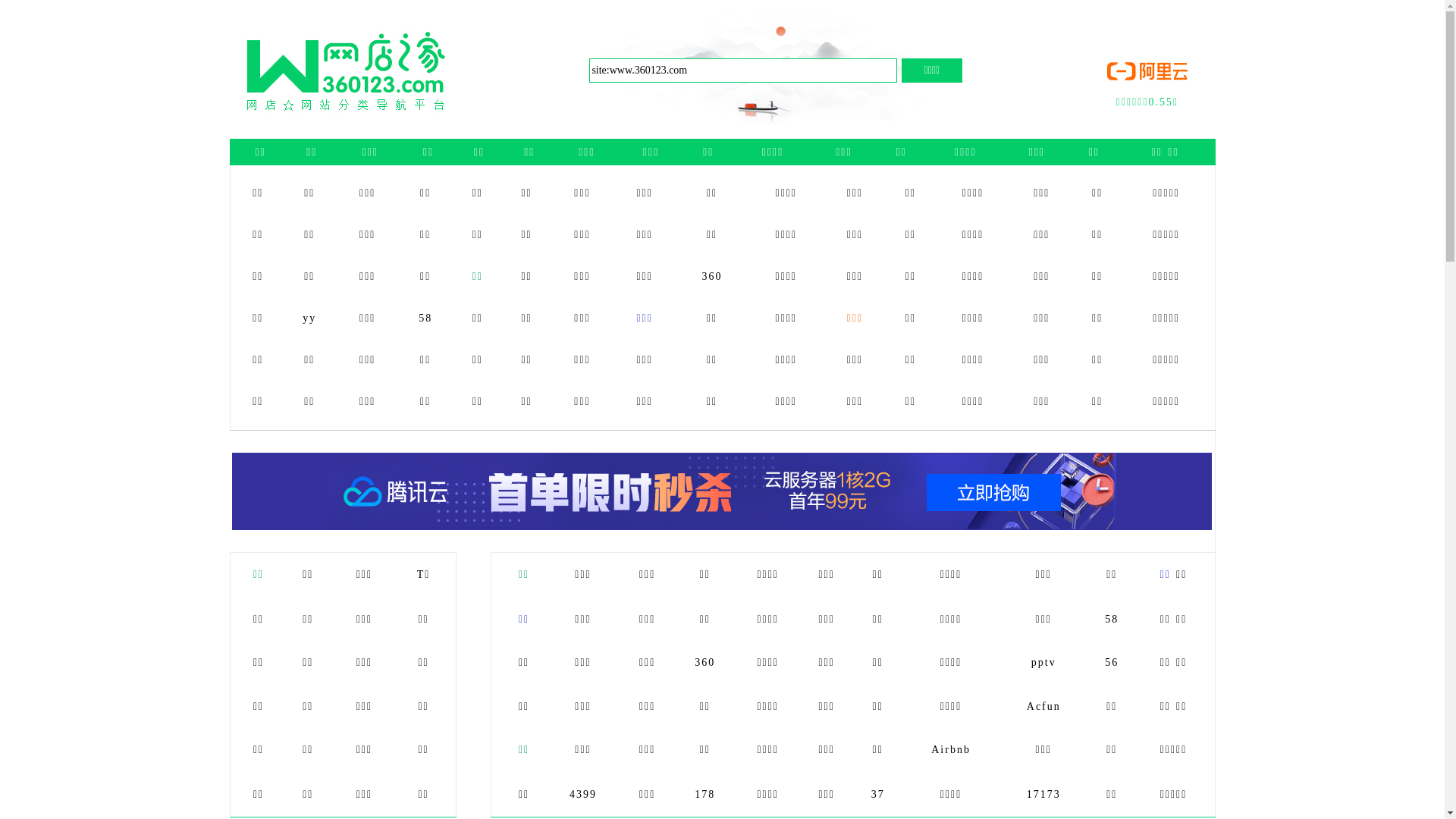 This screenshot has height=819, width=1456. What do you see at coordinates (582, 793) in the screenshot?
I see `'4399'` at bounding box center [582, 793].